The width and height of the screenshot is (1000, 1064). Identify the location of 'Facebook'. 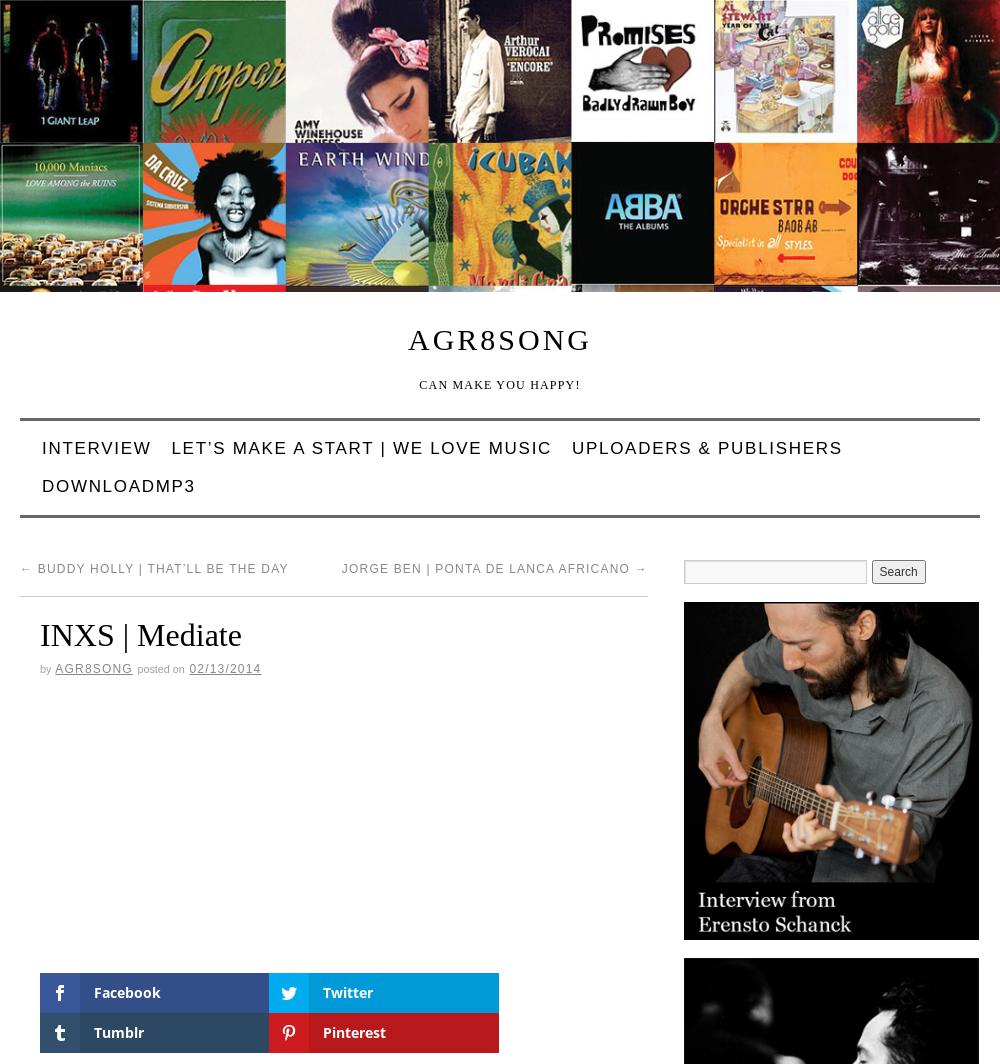
(127, 991).